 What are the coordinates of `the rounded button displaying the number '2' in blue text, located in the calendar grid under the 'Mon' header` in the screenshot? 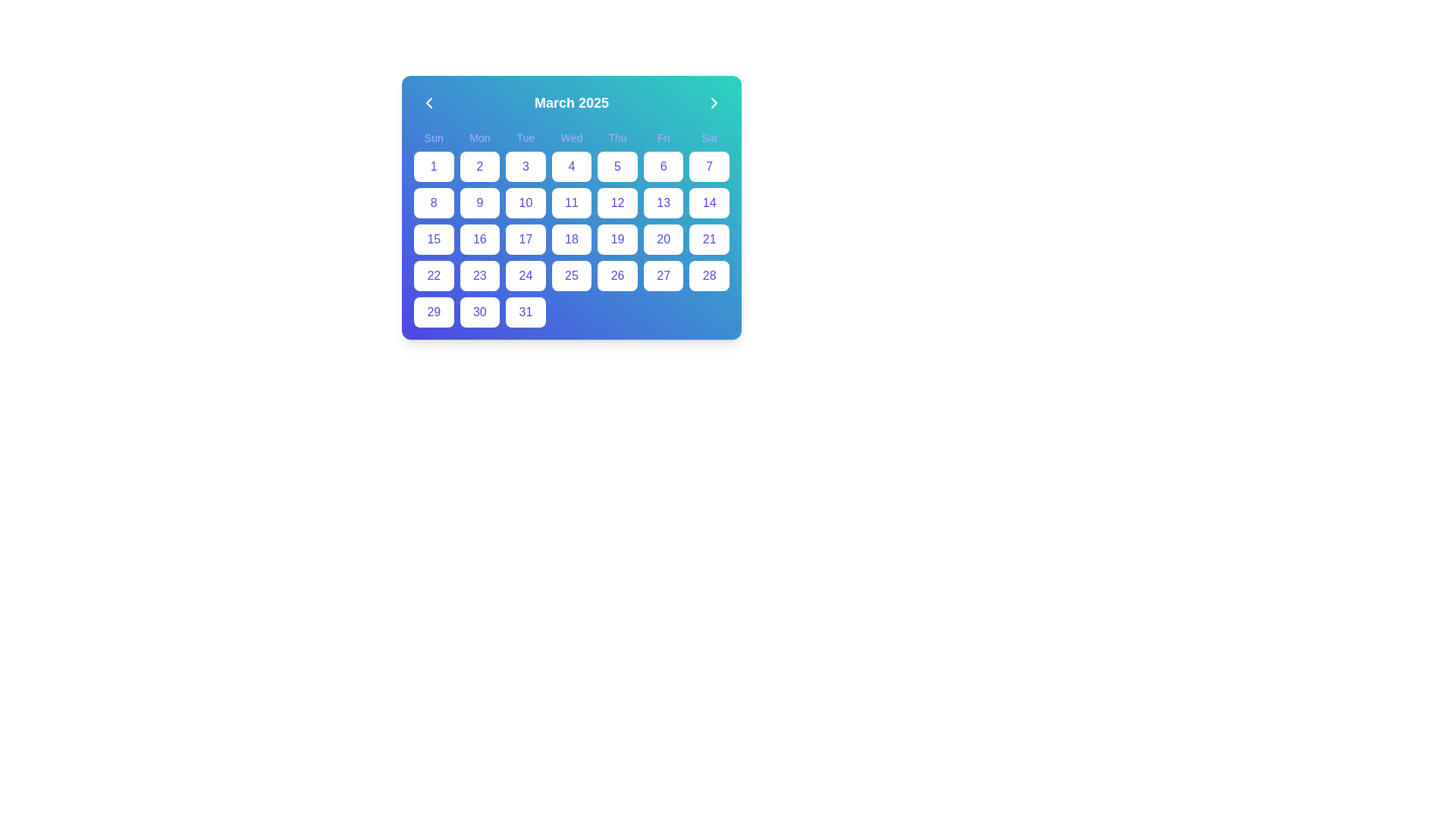 It's located at (479, 166).